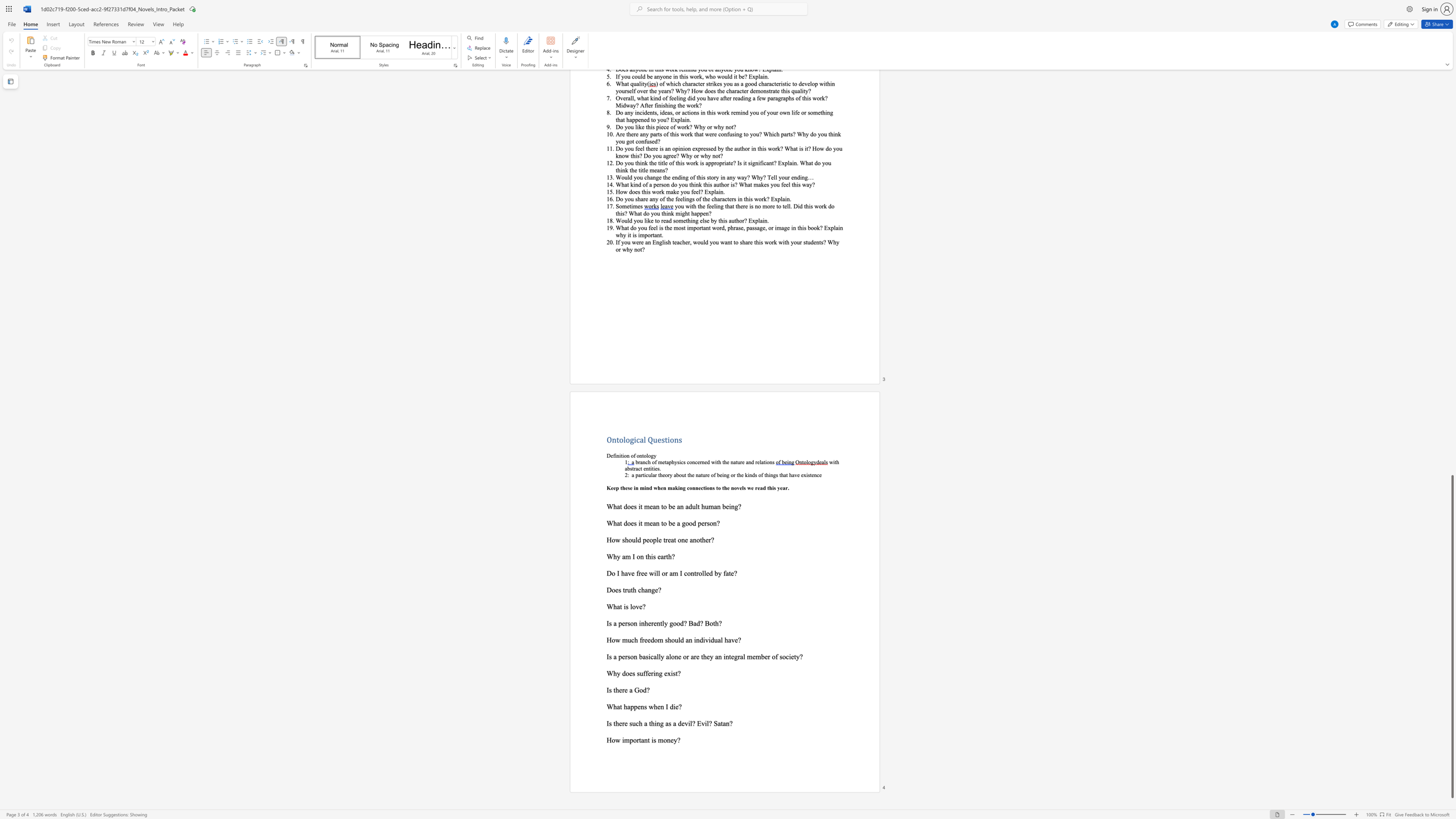  Describe the element at coordinates (635, 740) in the screenshot. I see `the 2th character "o" in the text` at that location.